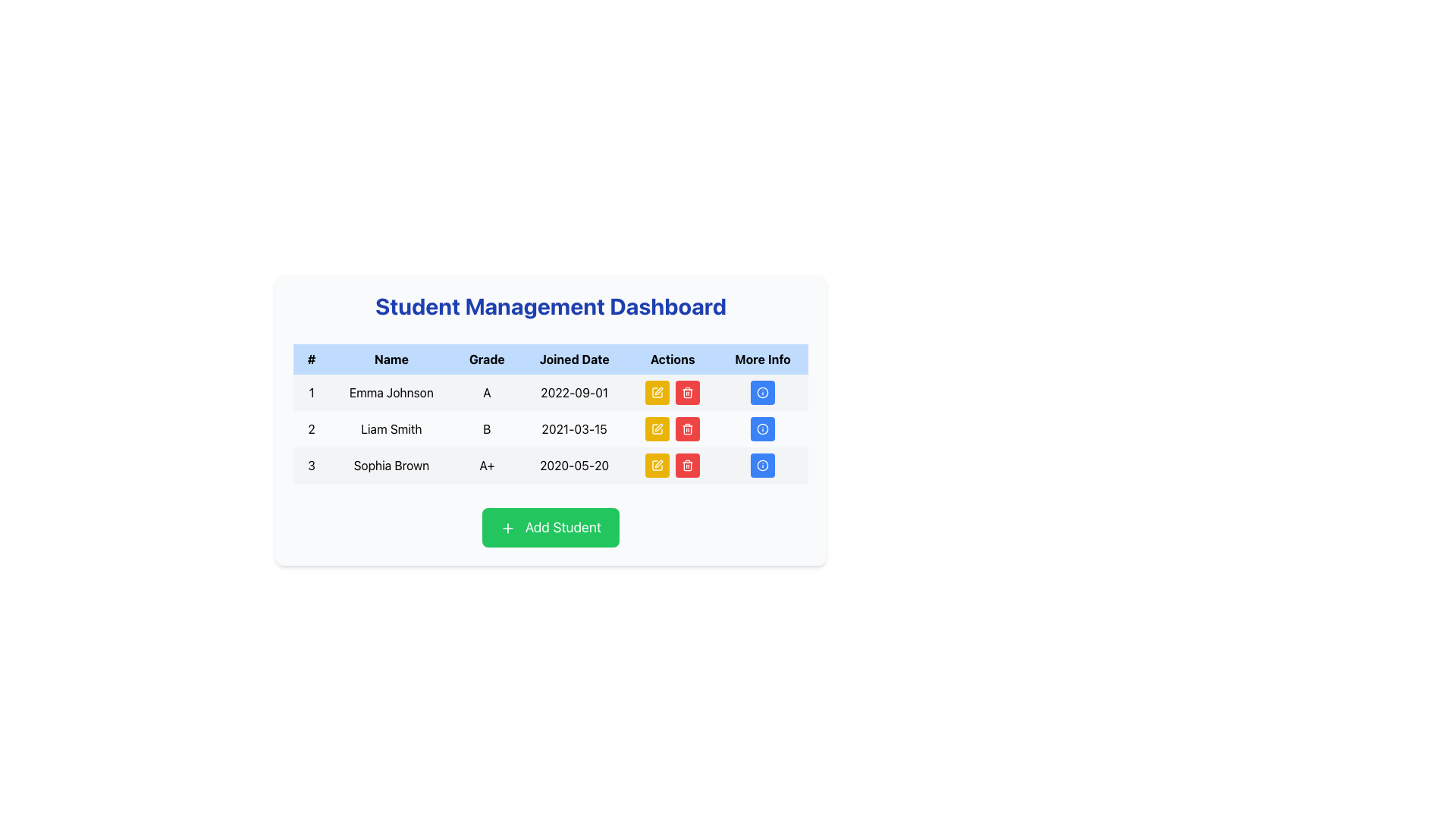 The width and height of the screenshot is (1456, 819). Describe the element at coordinates (657, 429) in the screenshot. I see `the 'edit' icon button in the 'Actions' column of the second row associated with the 'Liam Smith' entry` at that location.